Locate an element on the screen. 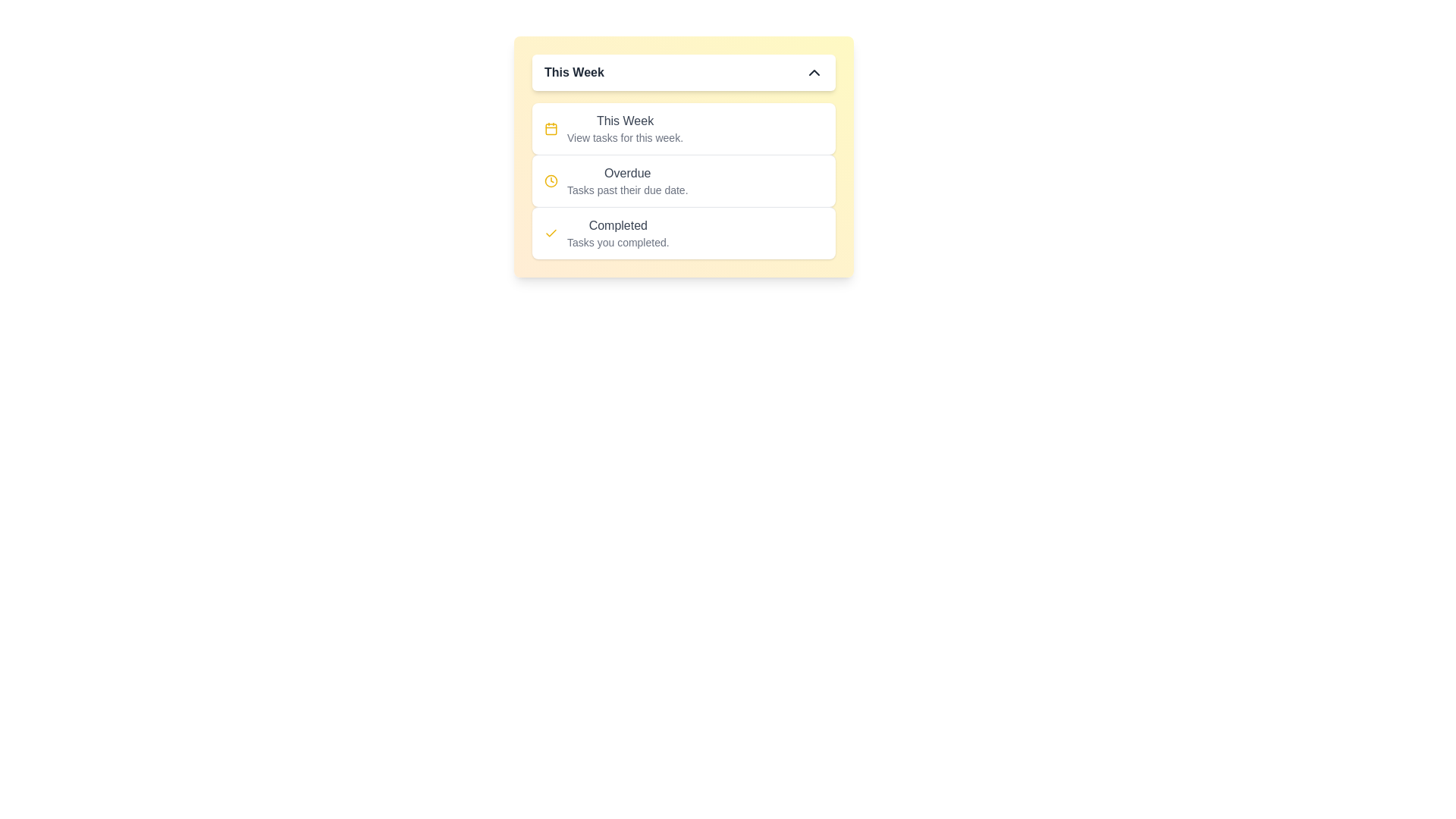  the task category Completed by clicking on the corresponding item in the list is located at coordinates (683, 233).